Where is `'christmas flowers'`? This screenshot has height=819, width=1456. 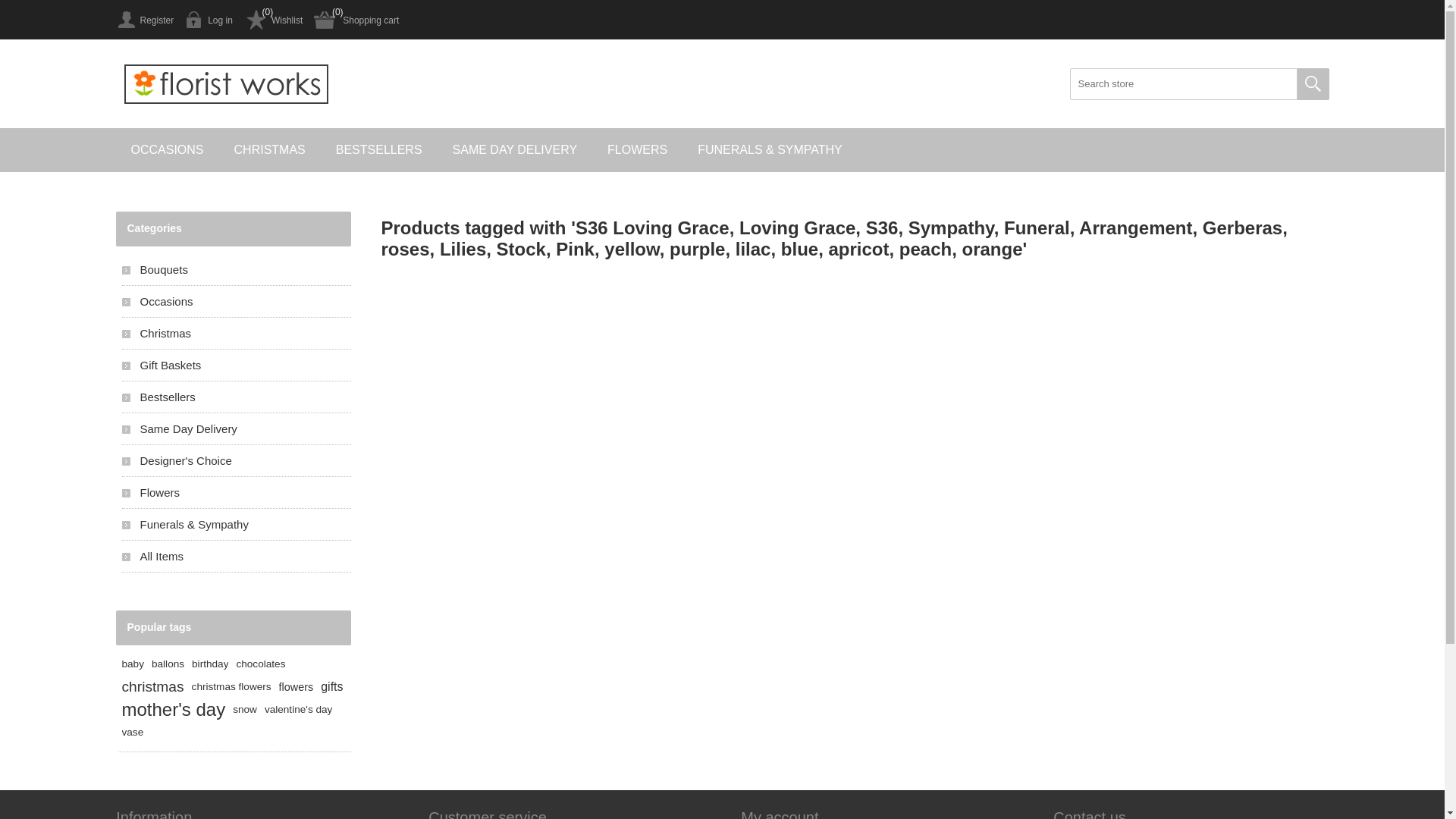 'christmas flowers' is located at coordinates (191, 687).